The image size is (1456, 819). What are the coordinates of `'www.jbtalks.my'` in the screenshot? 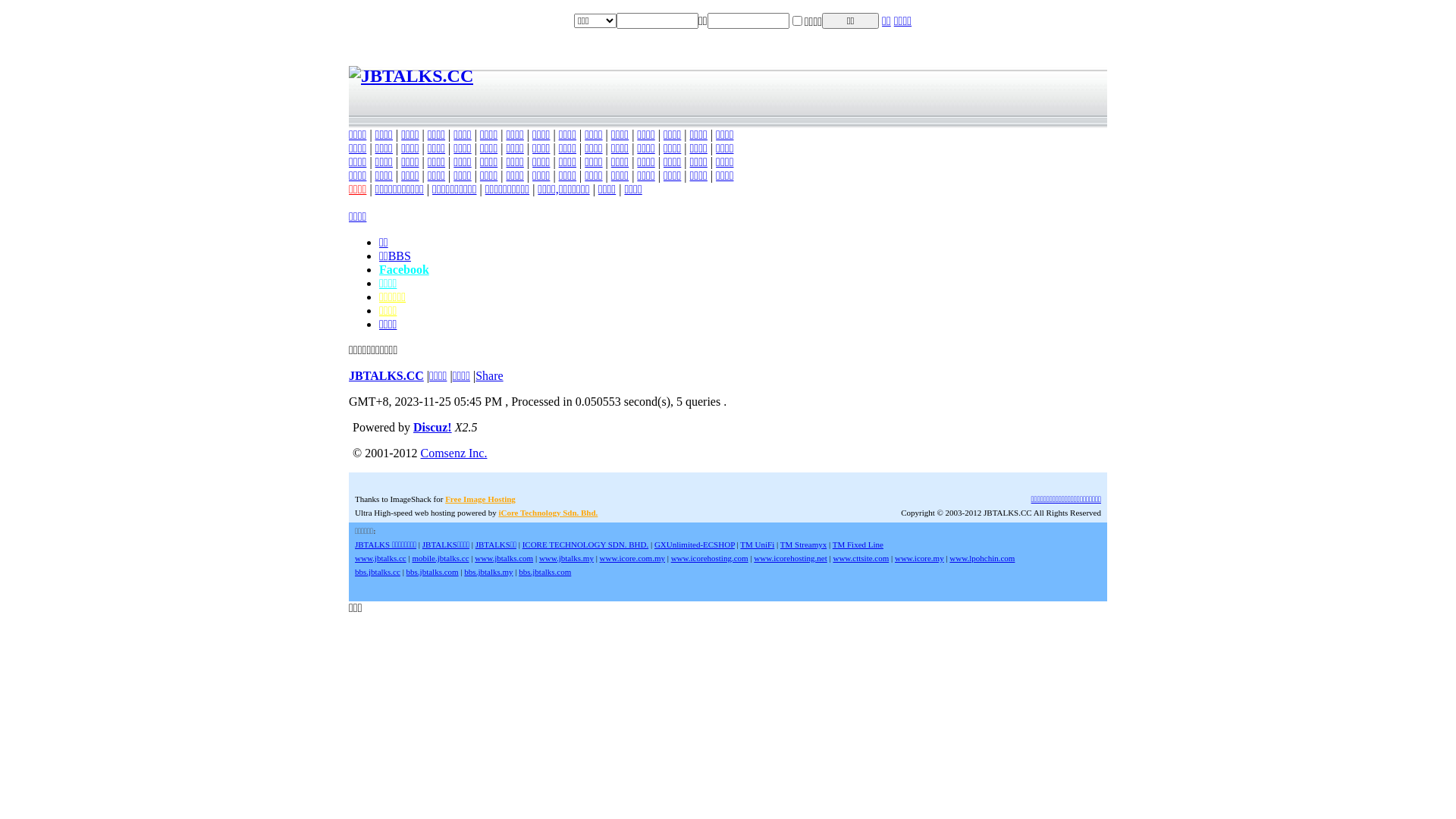 It's located at (566, 558).